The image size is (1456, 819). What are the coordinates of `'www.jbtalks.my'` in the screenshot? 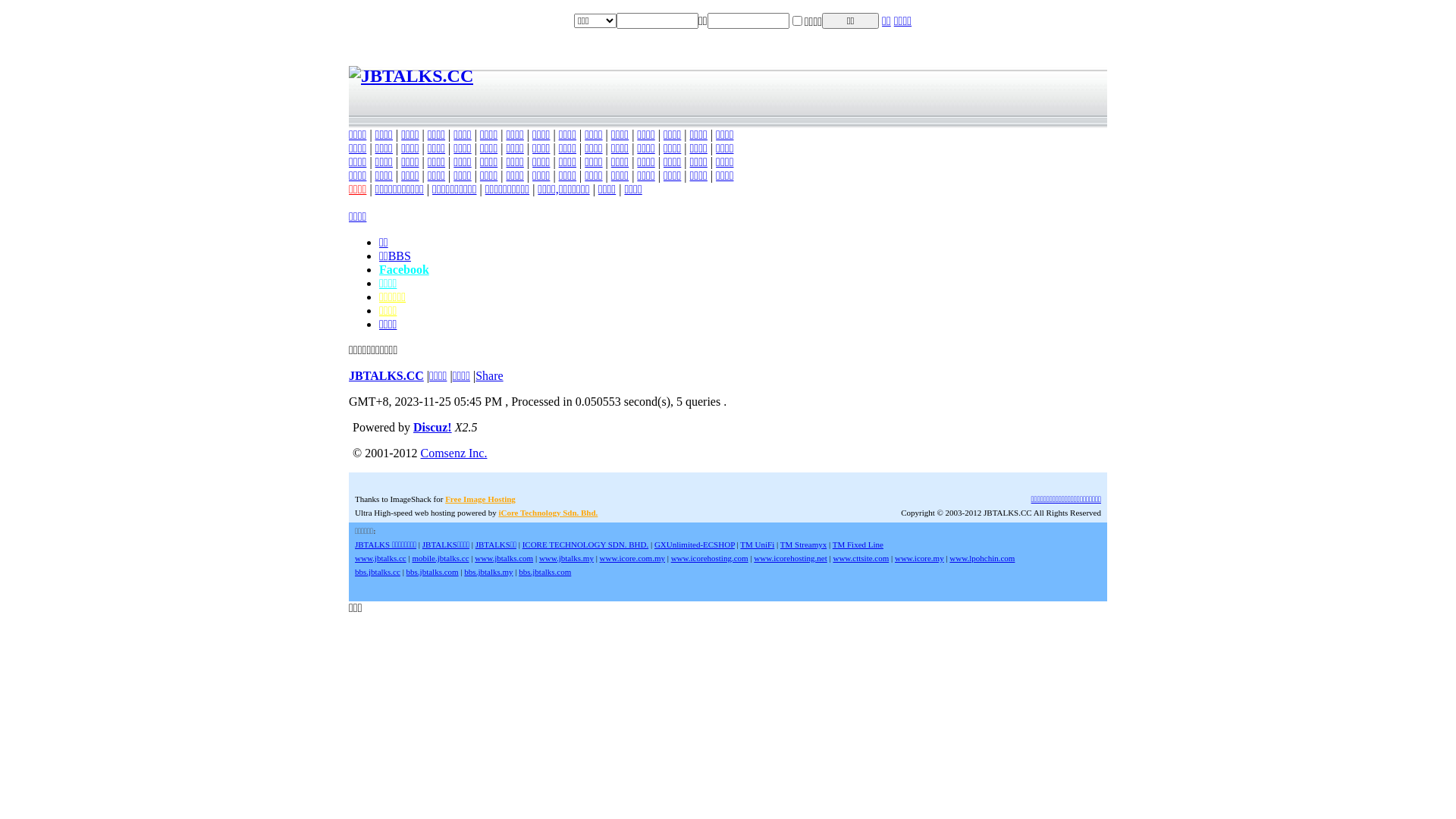 It's located at (566, 558).